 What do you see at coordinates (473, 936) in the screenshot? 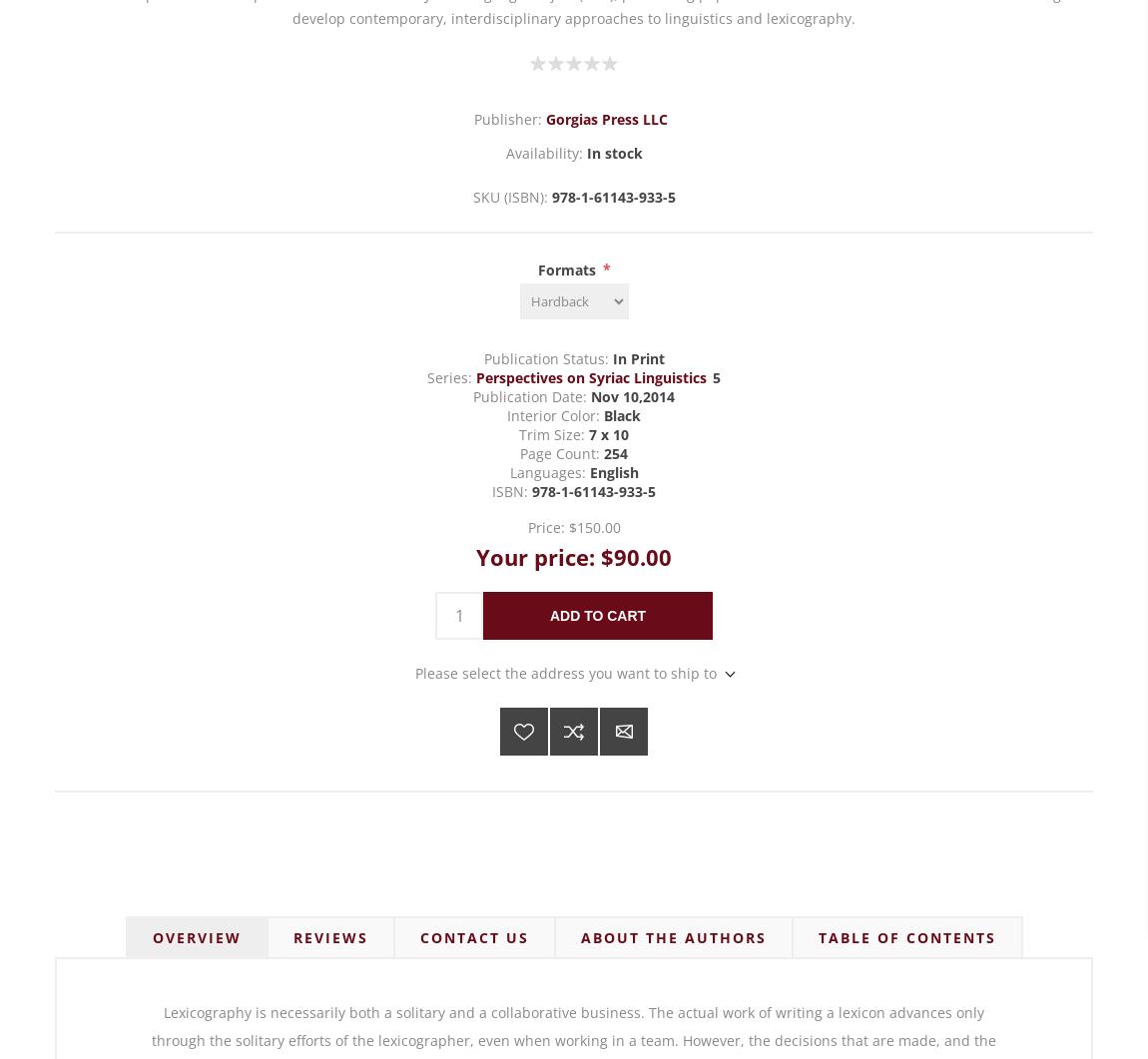
I see `'Contact Us'` at bounding box center [473, 936].